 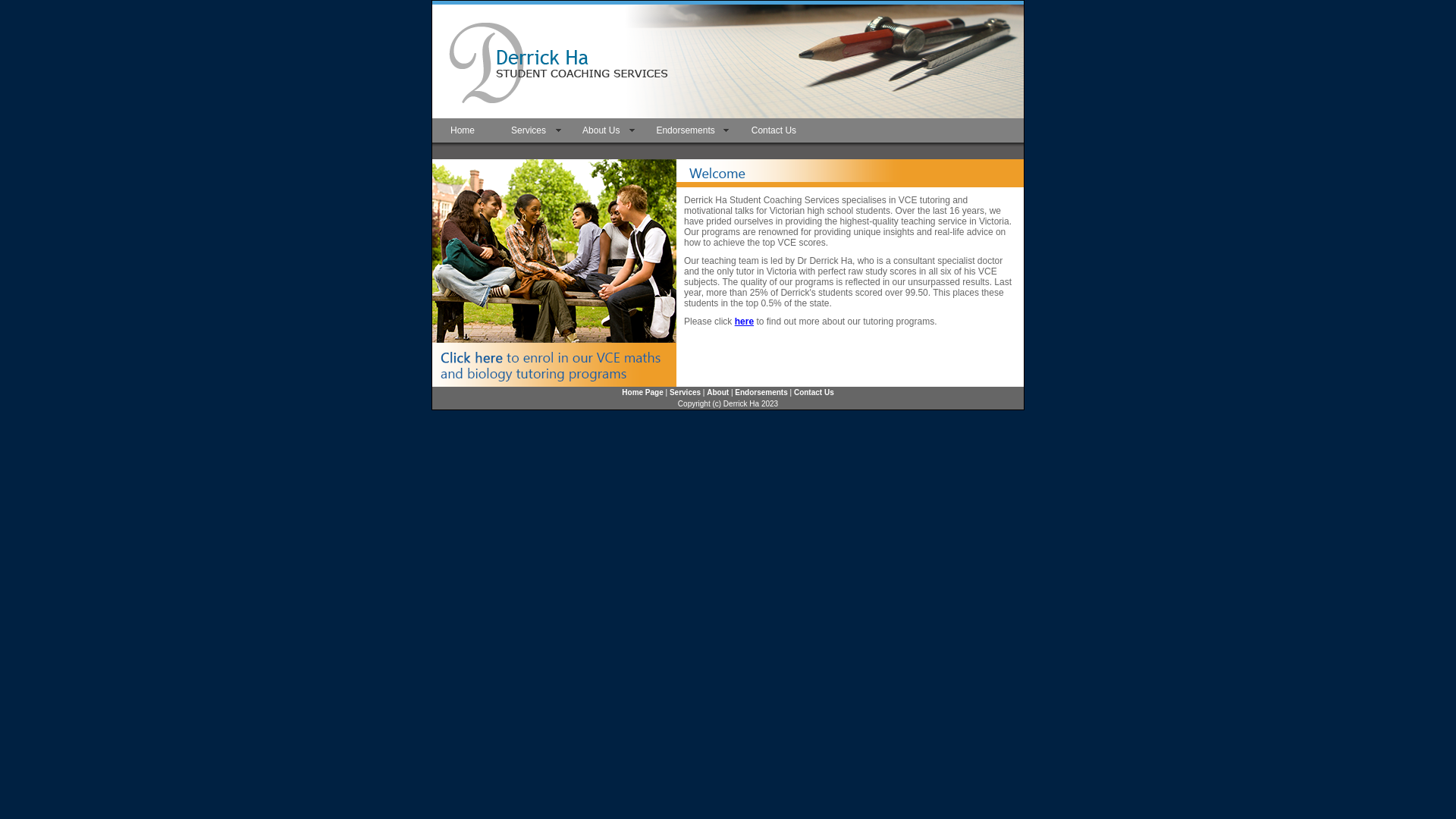 What do you see at coordinates (528, 130) in the screenshot?
I see `'Services'` at bounding box center [528, 130].